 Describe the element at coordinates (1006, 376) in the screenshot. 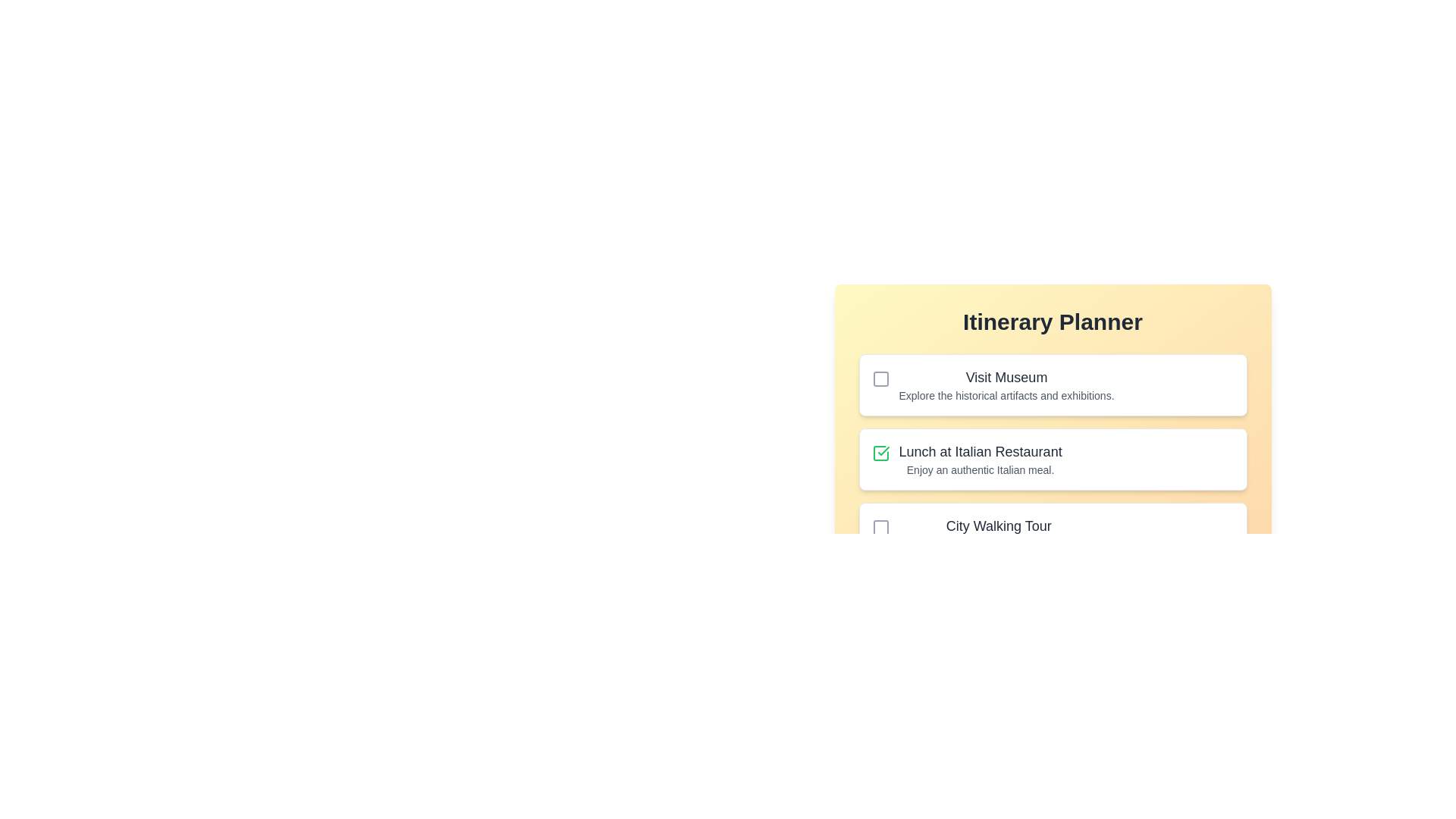

I see `text label indicating the itinerary item 'Visit Museum', which is located at the top of the 'Itinerary Planner' interface and is the first item in a vertical list of options` at that location.